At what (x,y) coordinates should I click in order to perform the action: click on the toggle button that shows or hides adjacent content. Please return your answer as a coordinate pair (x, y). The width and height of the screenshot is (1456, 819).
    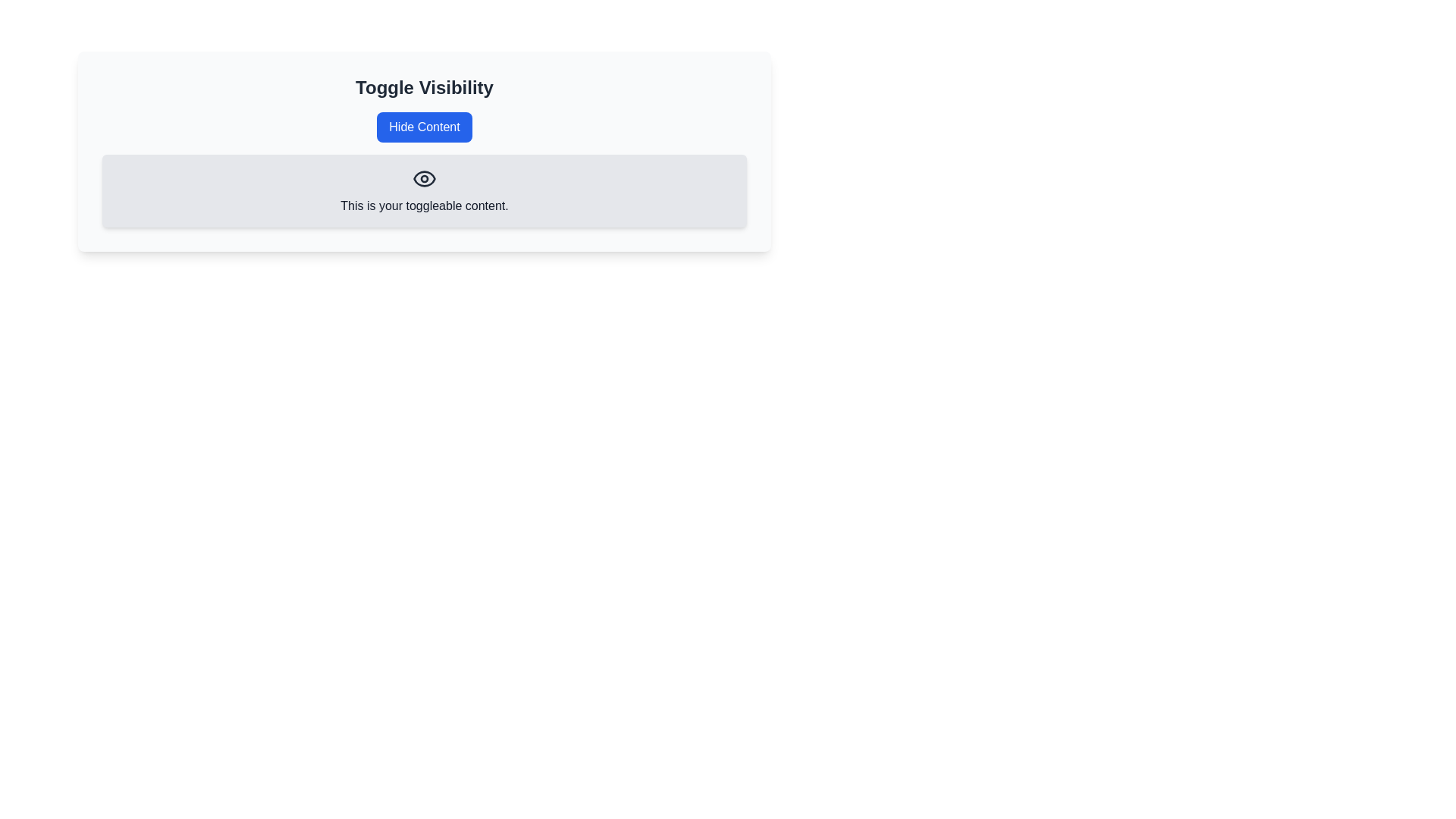
    Looking at the image, I should click on (425, 127).